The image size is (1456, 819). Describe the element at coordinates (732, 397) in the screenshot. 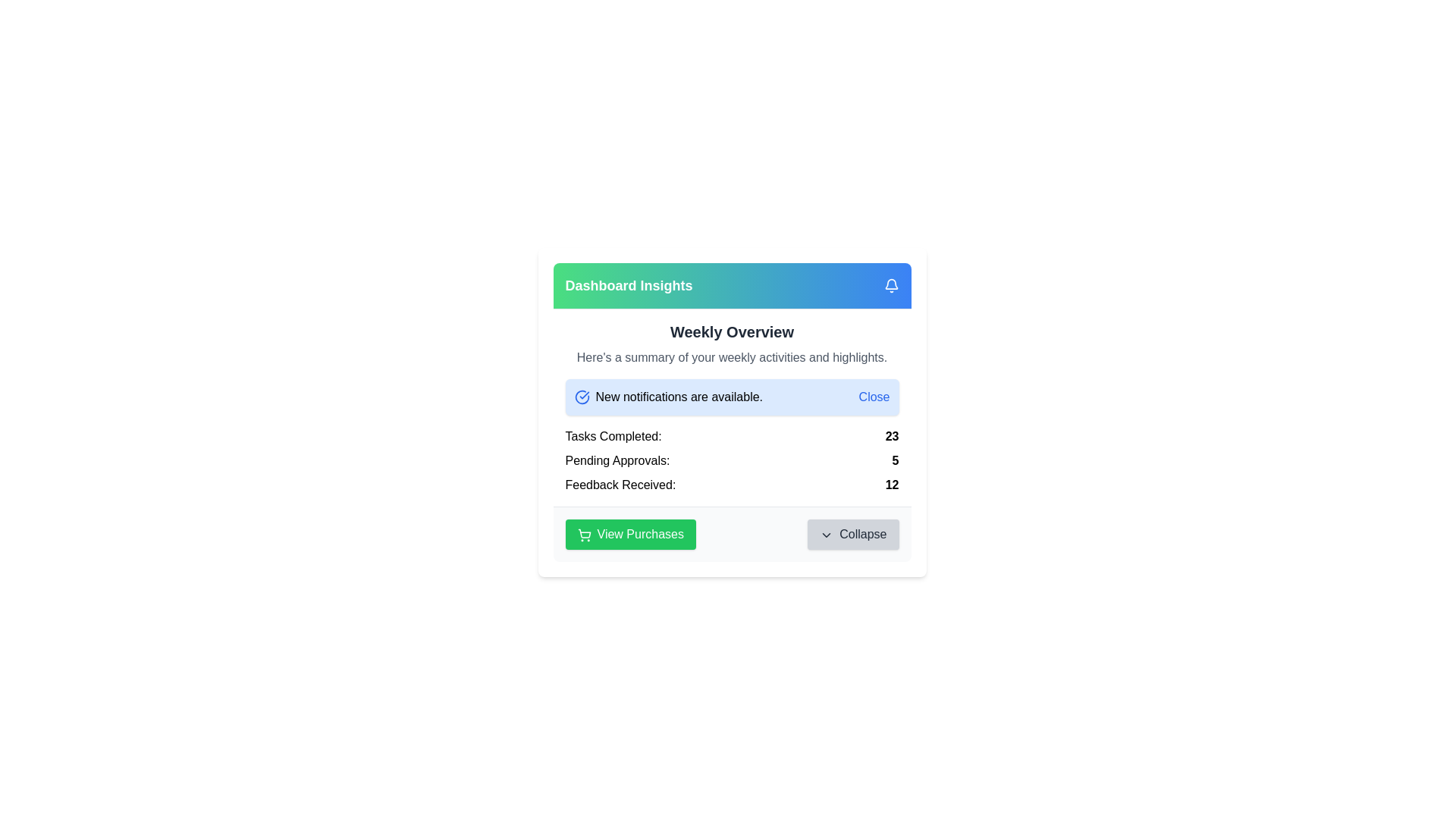

I see `the Notification banner that displays 'New notifications are available.' and includes a dismiss 'Close' link` at that location.